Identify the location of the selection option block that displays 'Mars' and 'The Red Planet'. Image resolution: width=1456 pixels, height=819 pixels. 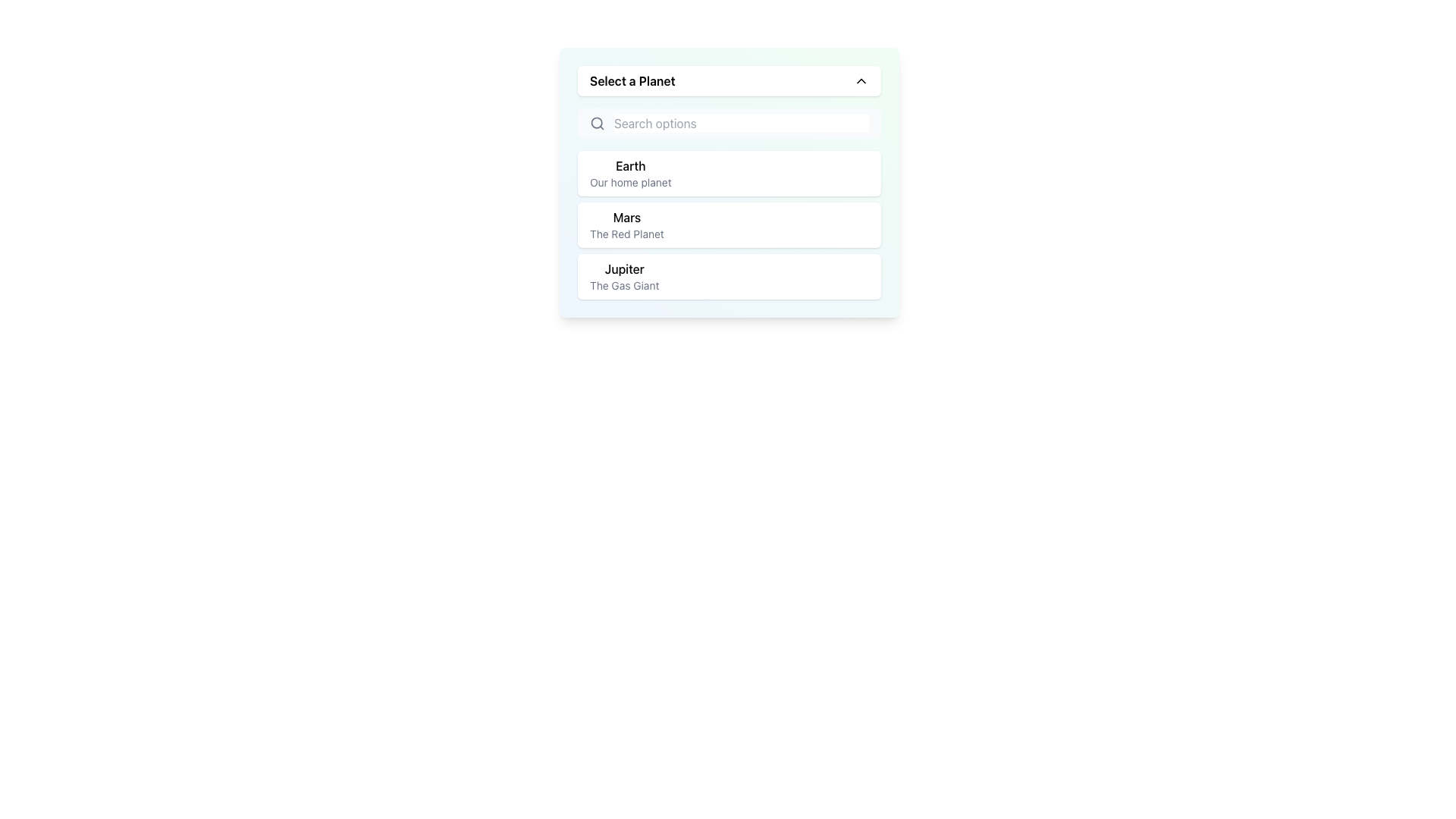
(729, 225).